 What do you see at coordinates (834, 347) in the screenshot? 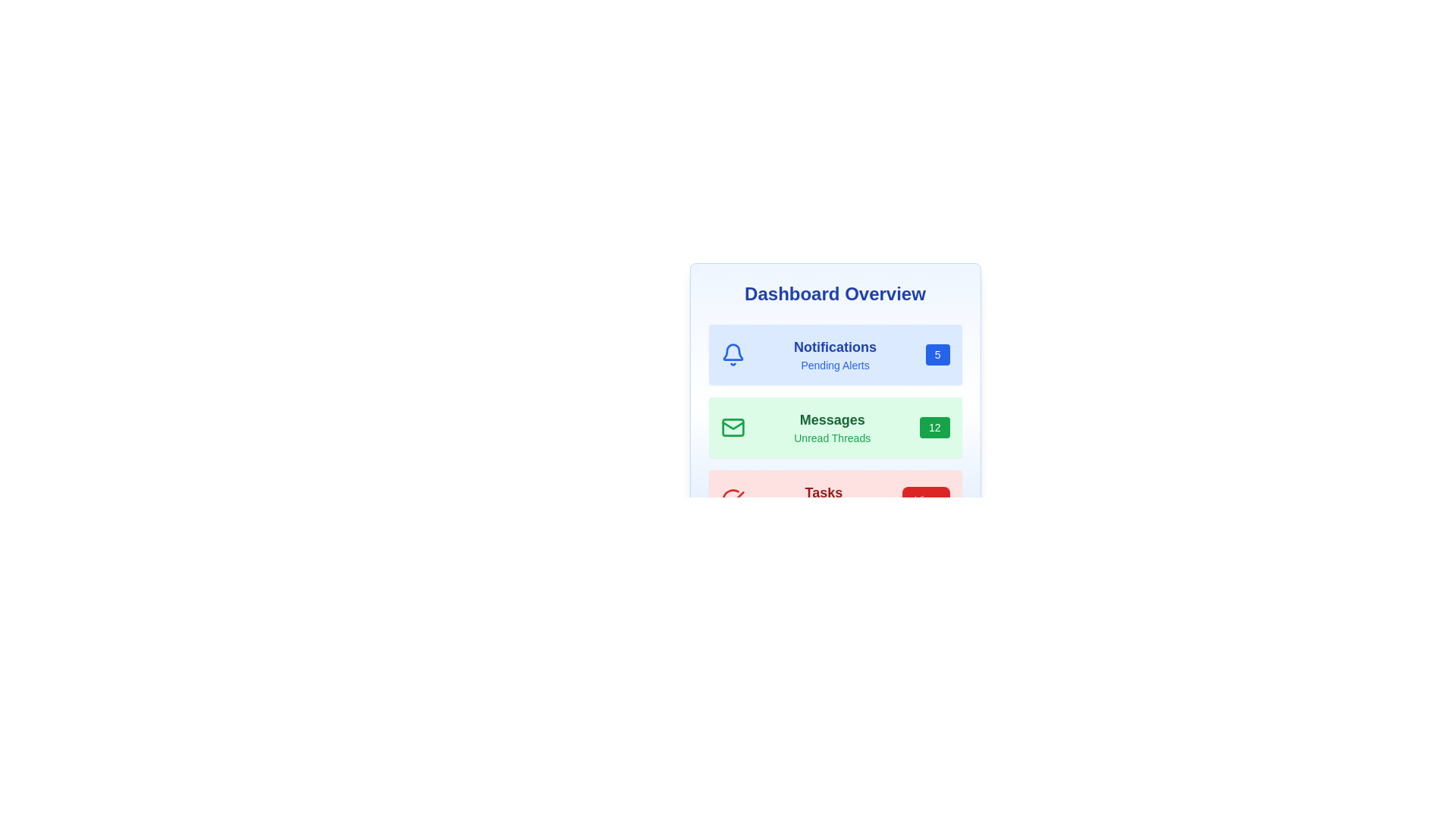
I see `the prominently styled 'Notifications' label, which is bold, large, and blue-colored, located above the 'Pending Alerts' subtitle in the top section of the dashboard layout` at bounding box center [834, 347].